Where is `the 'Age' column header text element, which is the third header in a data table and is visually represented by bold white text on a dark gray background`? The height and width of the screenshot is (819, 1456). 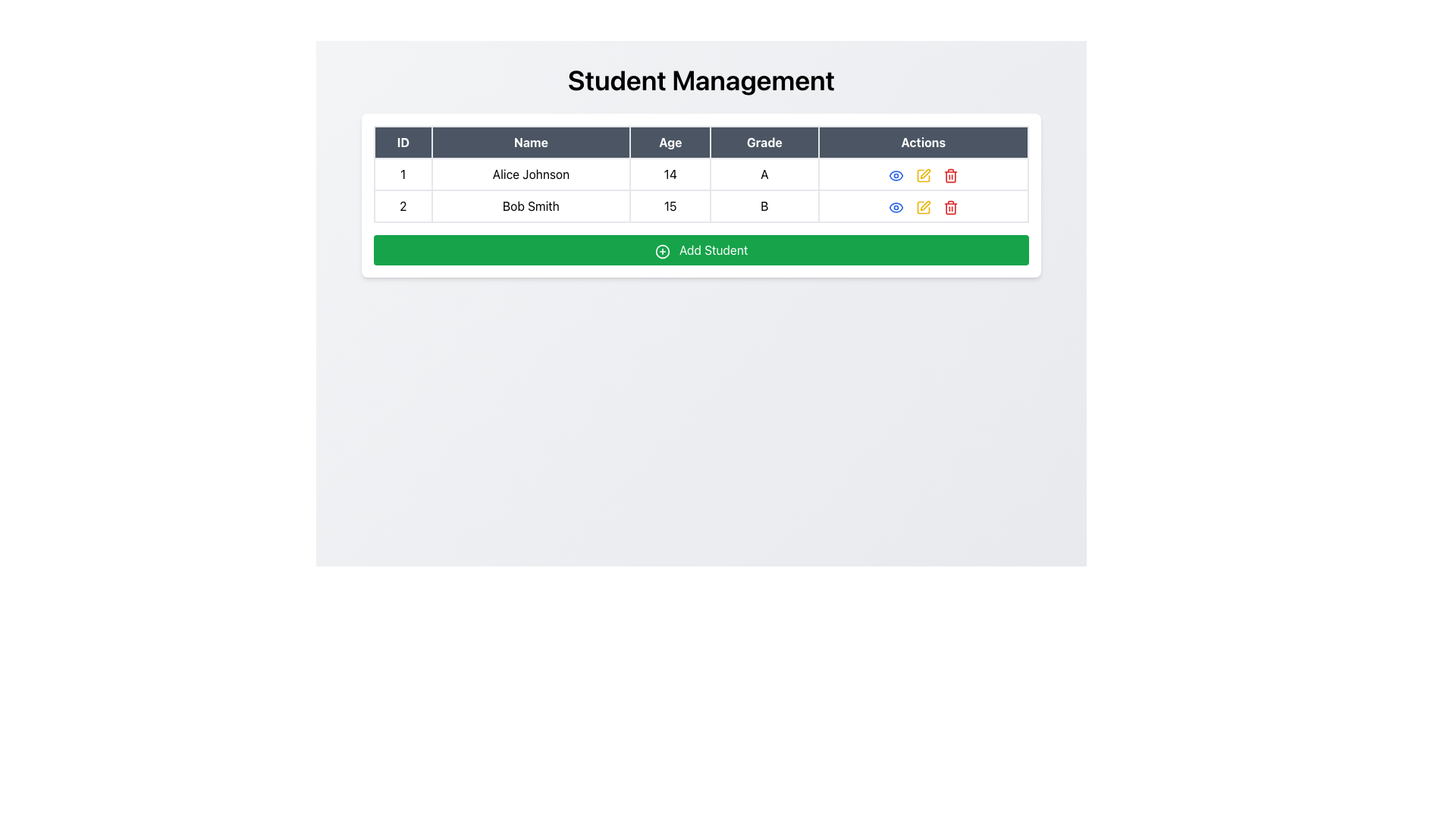 the 'Age' column header text element, which is the third header in a data table and is visually represented by bold white text on a dark gray background is located at coordinates (670, 143).